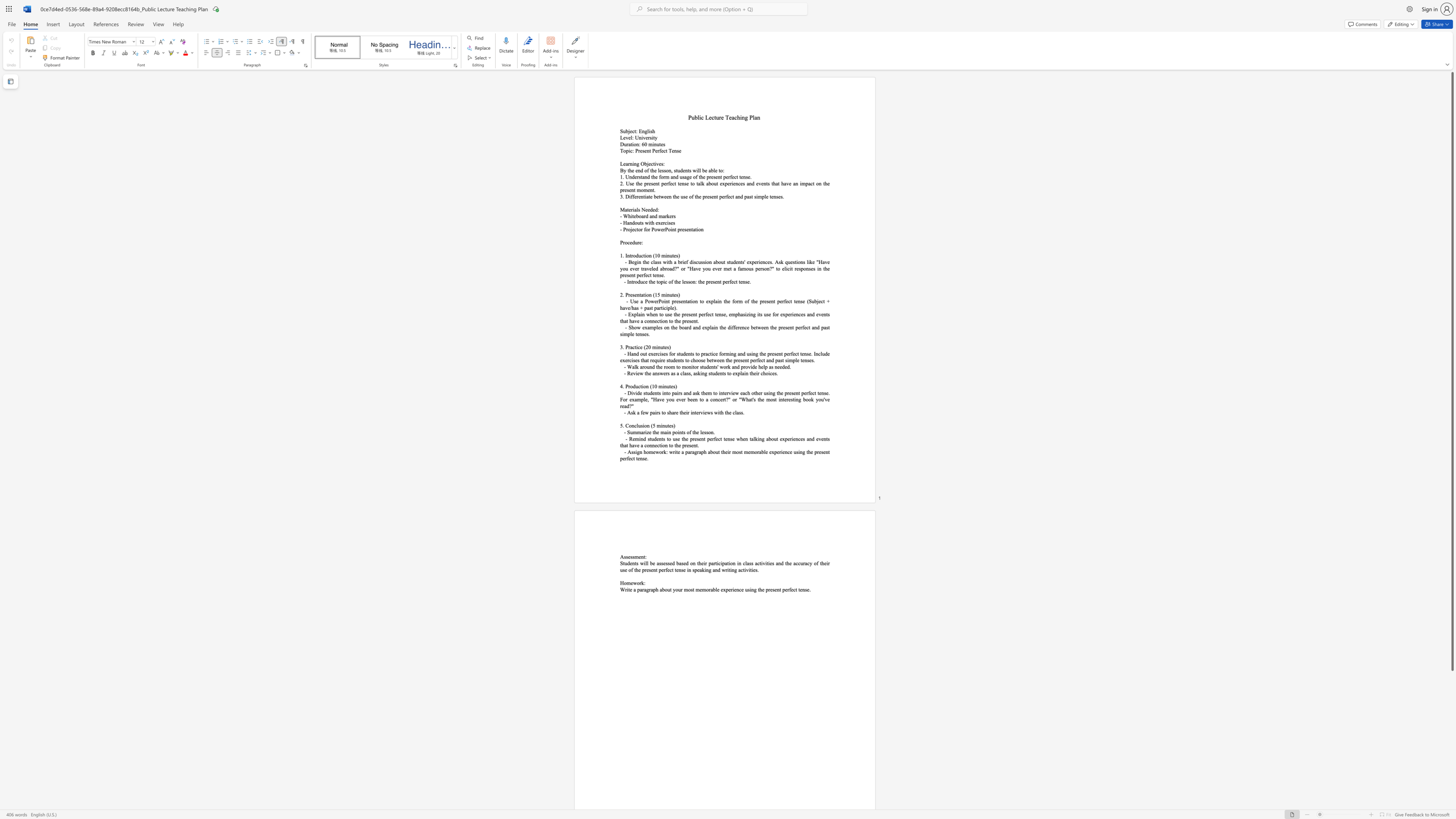 The width and height of the screenshot is (1456, 819). Describe the element at coordinates (643, 137) in the screenshot. I see `the space between the continuous character "i" and "v" in the text` at that location.